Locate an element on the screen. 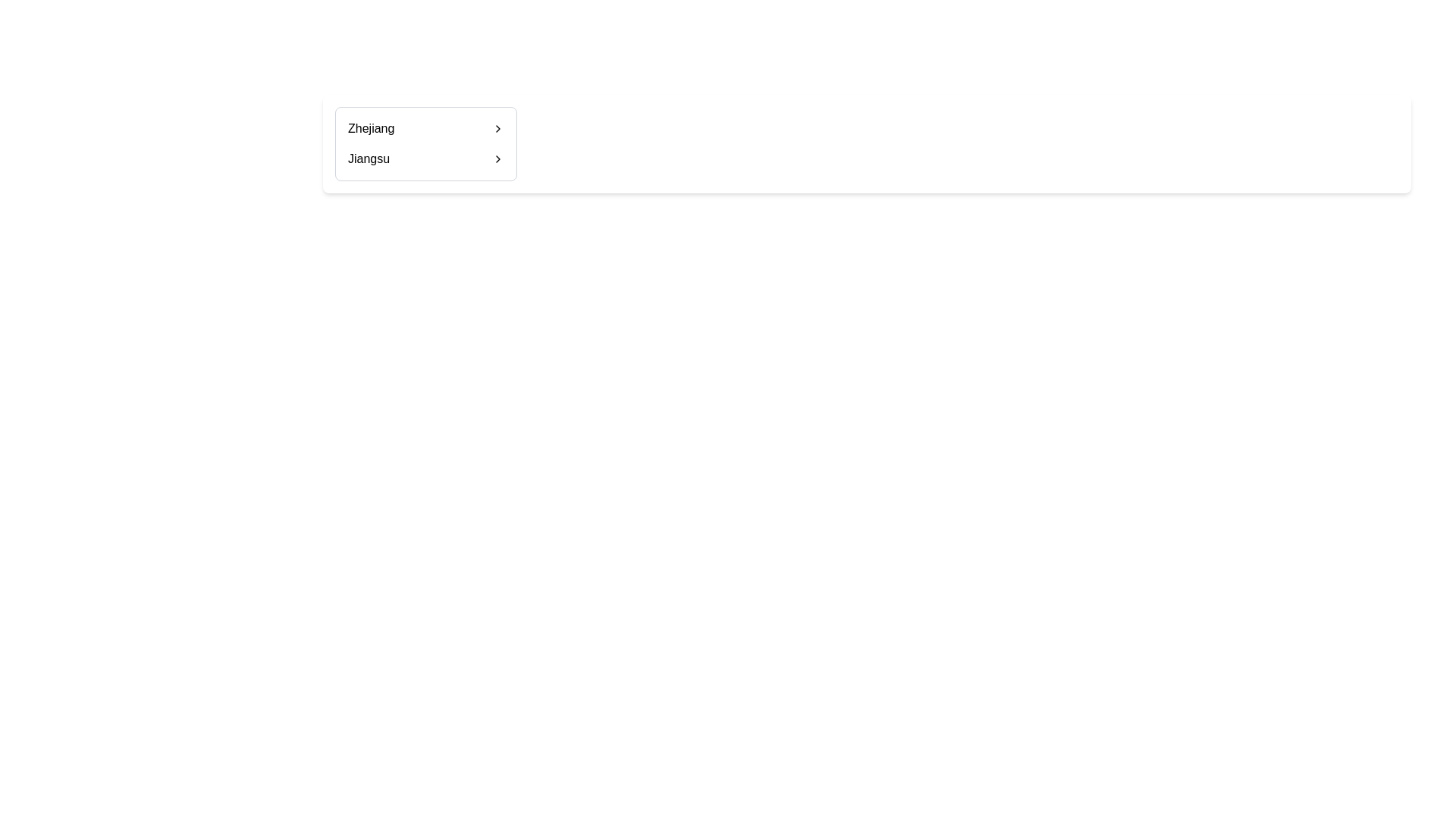 This screenshot has width=1456, height=819. the navigation icon located to the right of the 'Jiangsu' text label in the dropdown list is located at coordinates (498, 158).